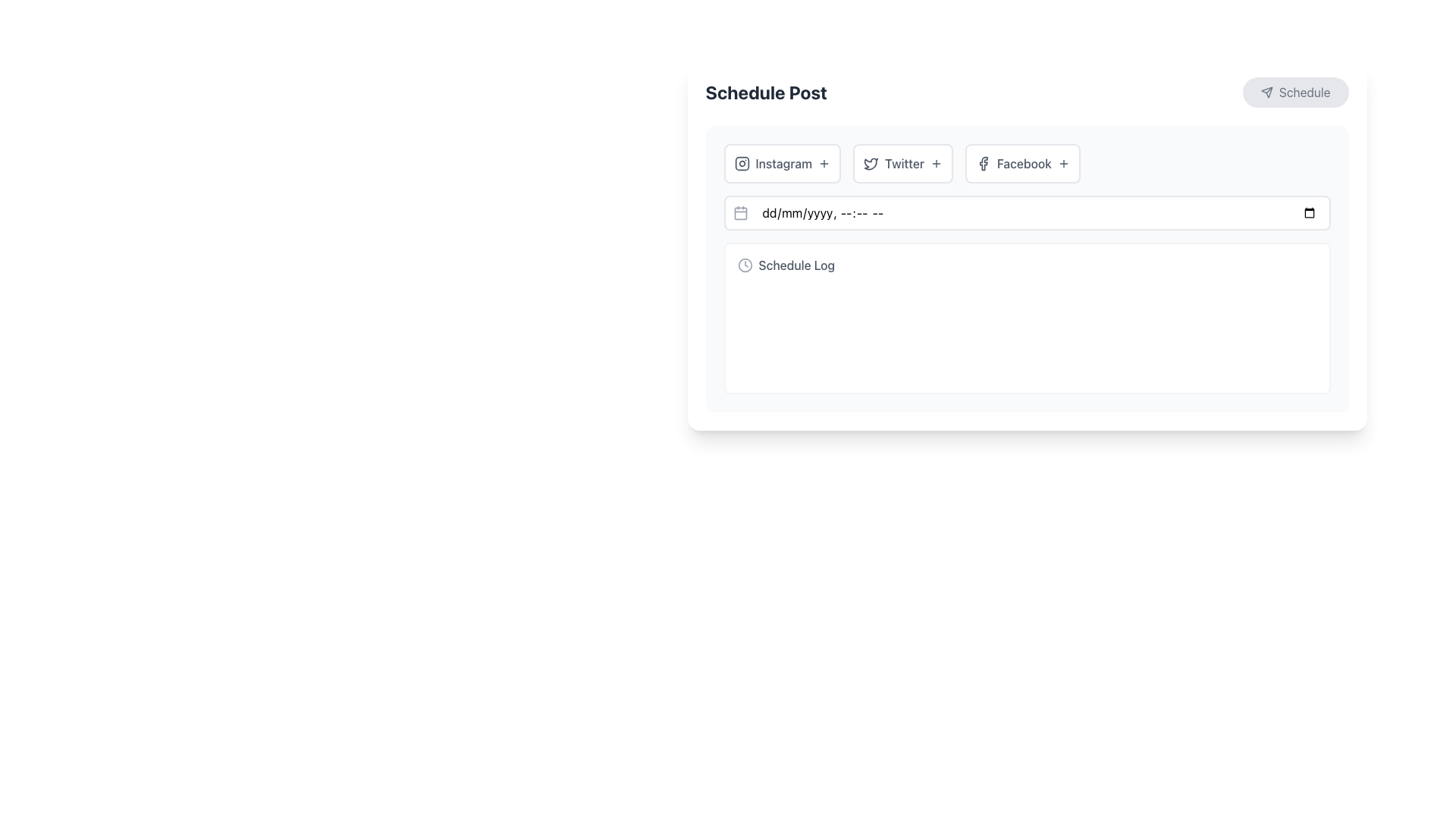 This screenshot has height=819, width=1456. Describe the element at coordinates (935, 164) in the screenshot. I see `the 'Twitter' button which contains the action indicator icon located on its rightmost side` at that location.